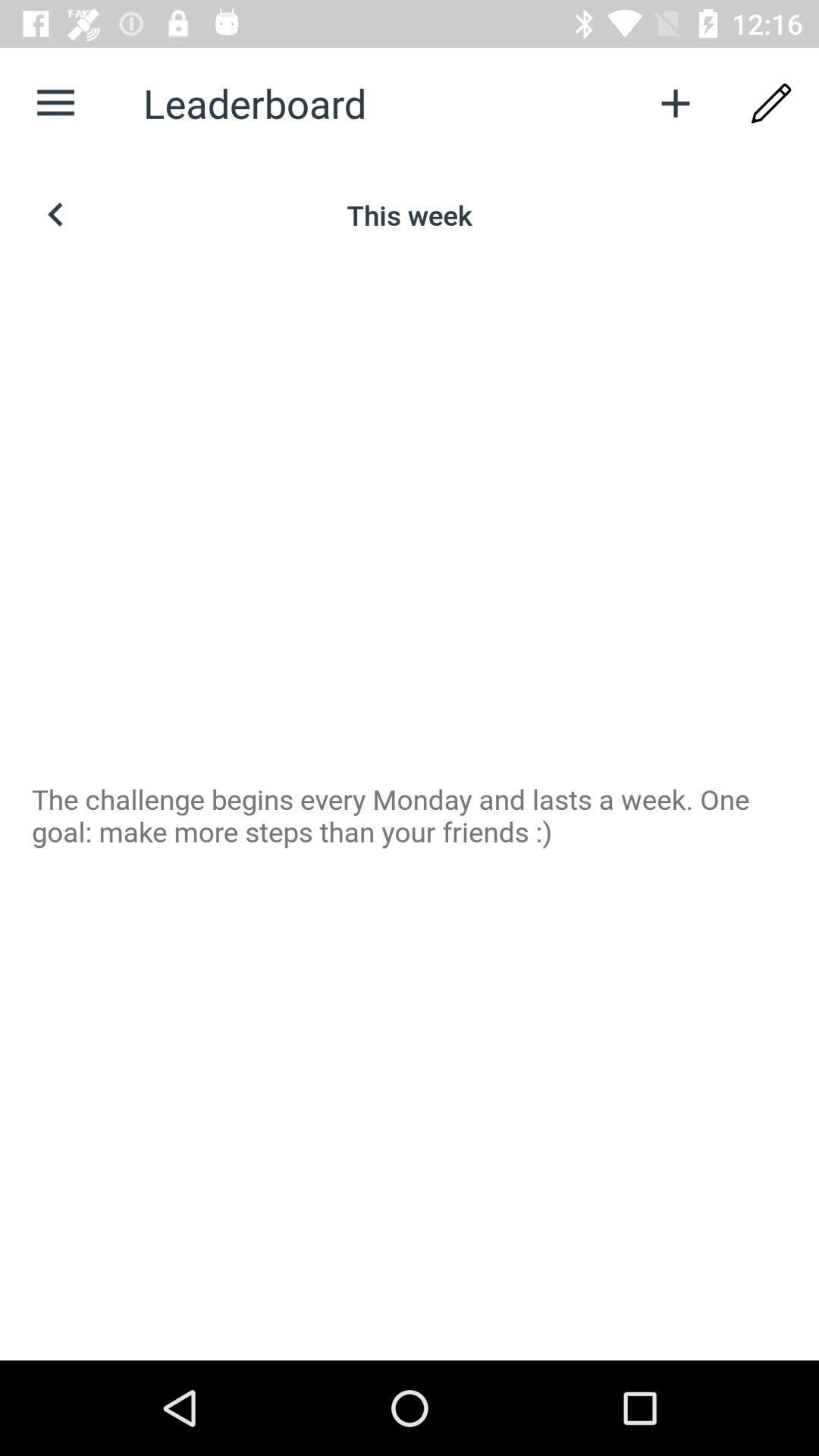 The width and height of the screenshot is (819, 1456). I want to click on item next to the leaderboard item, so click(55, 102).